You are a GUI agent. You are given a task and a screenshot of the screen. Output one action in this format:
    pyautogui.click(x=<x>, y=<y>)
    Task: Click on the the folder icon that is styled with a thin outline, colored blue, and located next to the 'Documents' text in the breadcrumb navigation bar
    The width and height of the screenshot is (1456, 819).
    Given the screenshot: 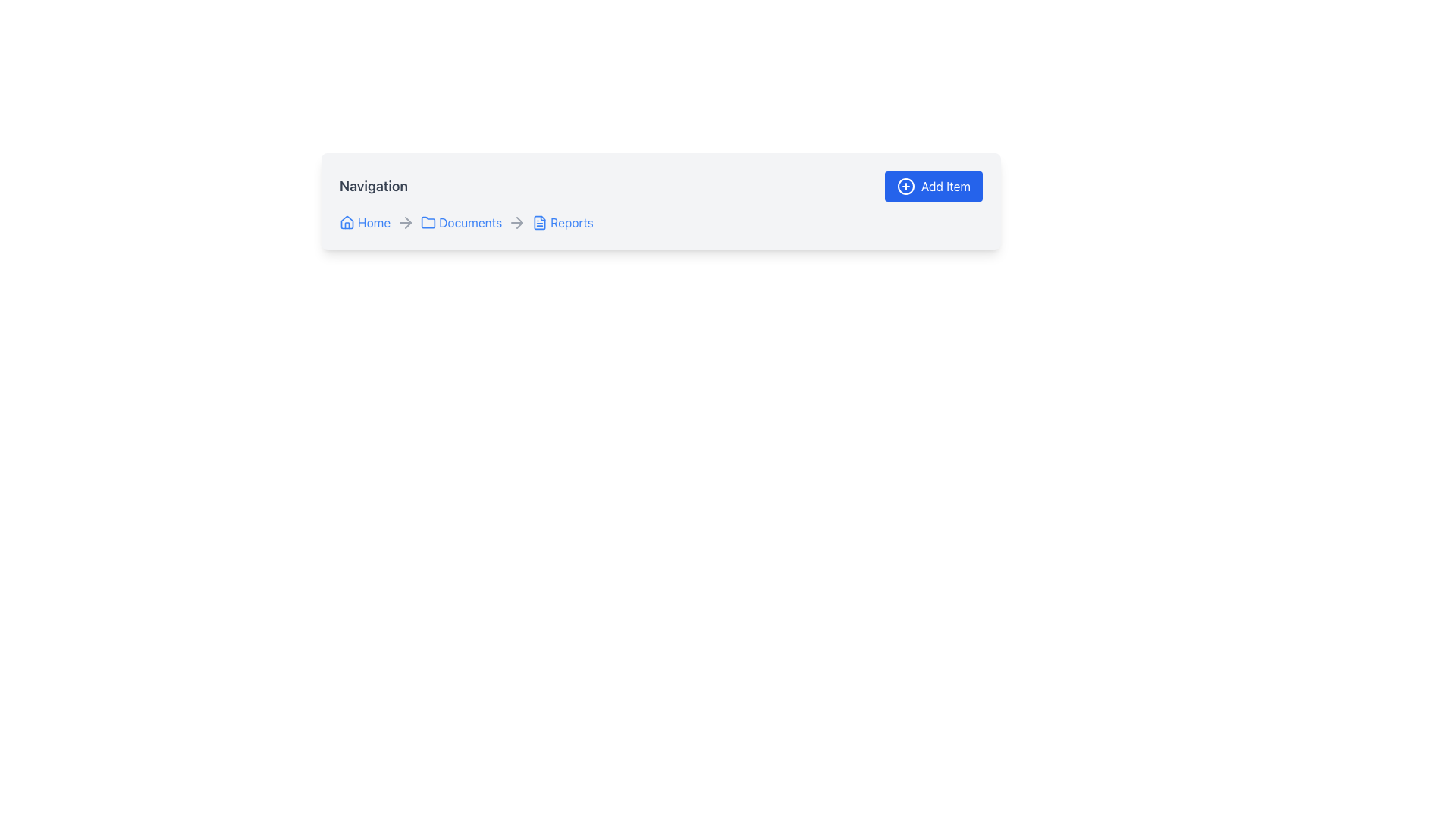 What is the action you would take?
    pyautogui.click(x=428, y=222)
    